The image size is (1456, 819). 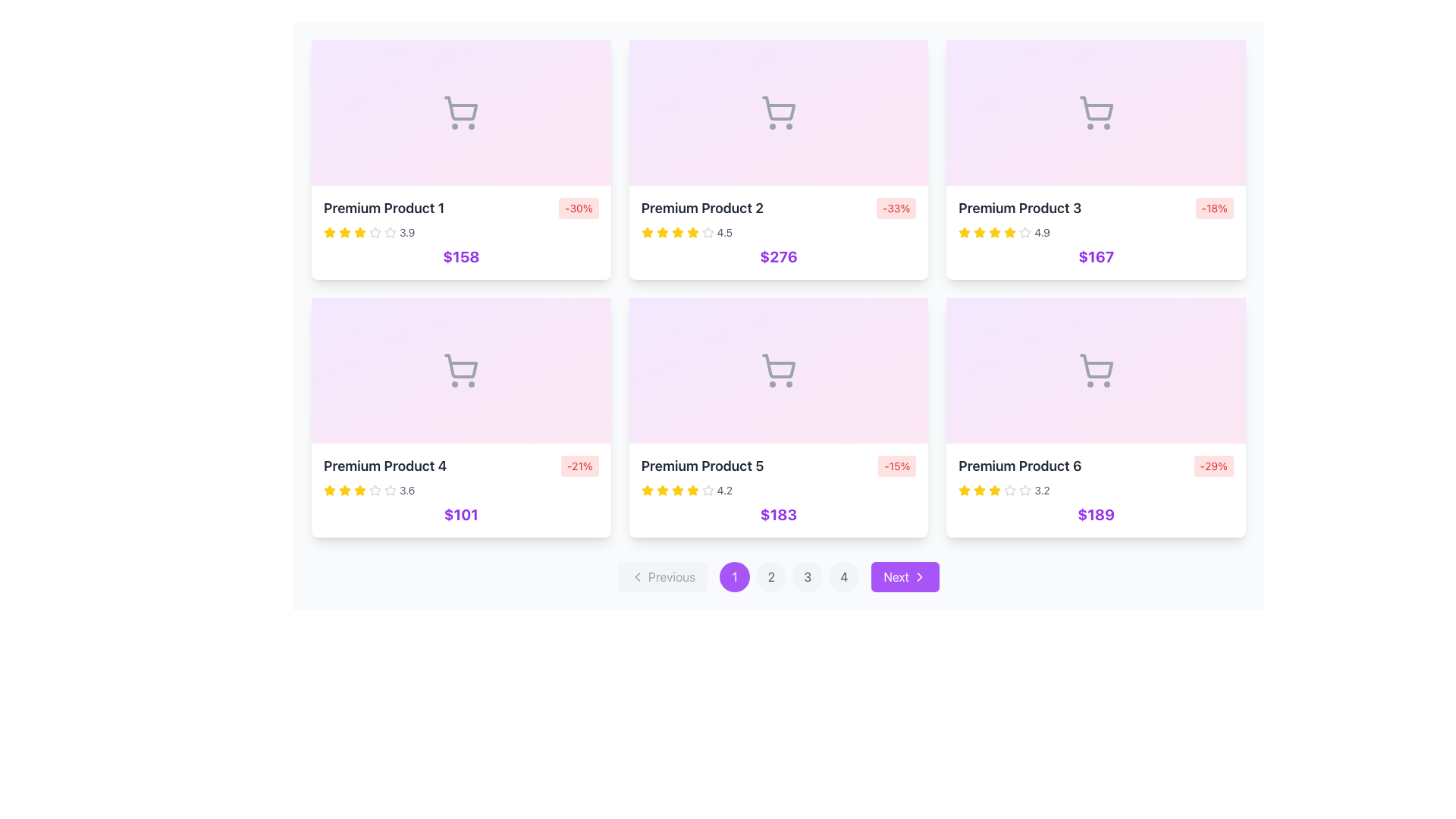 What do you see at coordinates (1214, 208) in the screenshot?
I see `discount information presented on the badge located in the top-right corner of the 'Premium Product 3' card` at bounding box center [1214, 208].